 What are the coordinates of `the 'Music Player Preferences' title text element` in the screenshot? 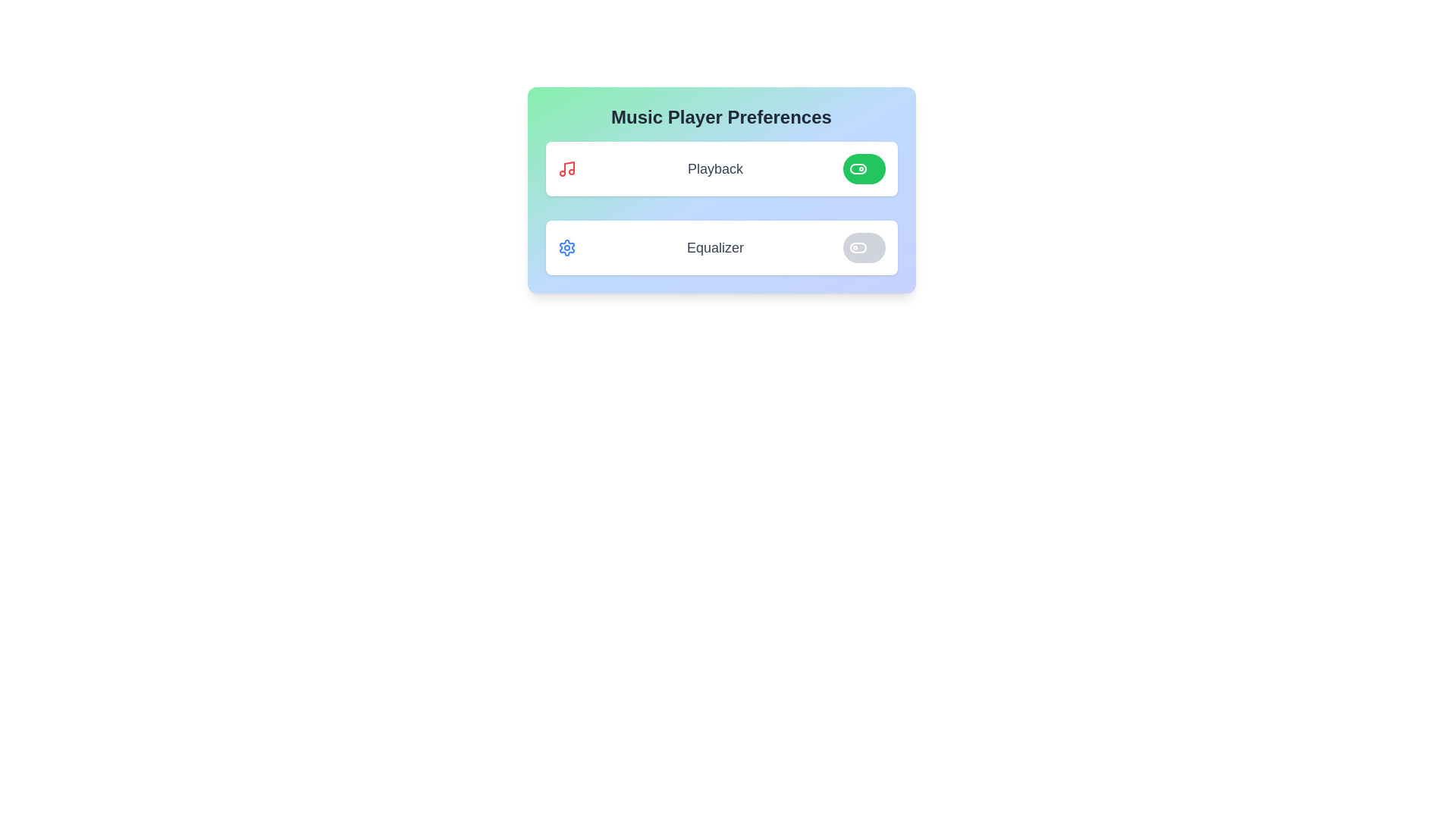 It's located at (720, 116).